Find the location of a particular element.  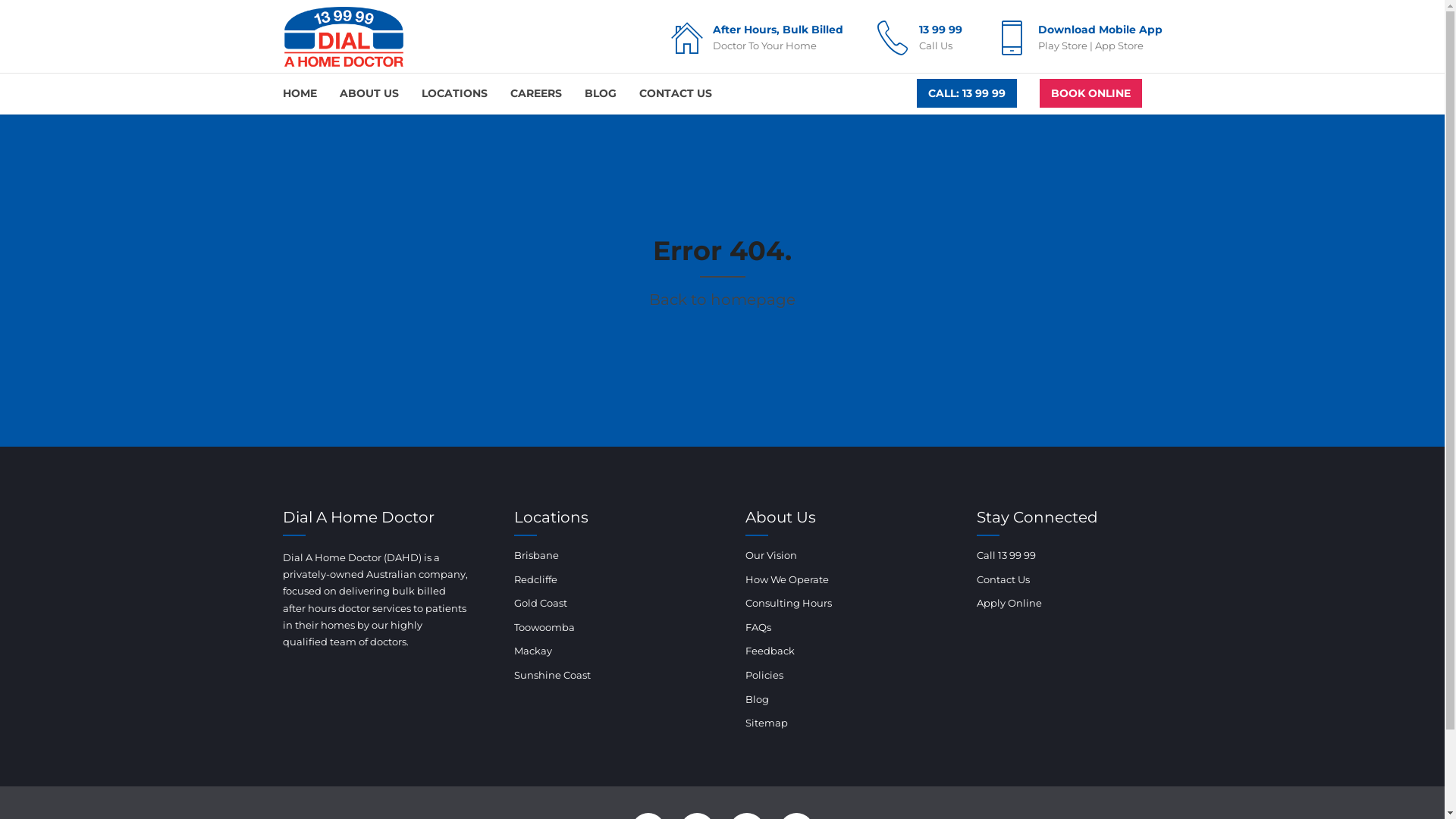

'FAQs' is located at coordinates (757, 626).